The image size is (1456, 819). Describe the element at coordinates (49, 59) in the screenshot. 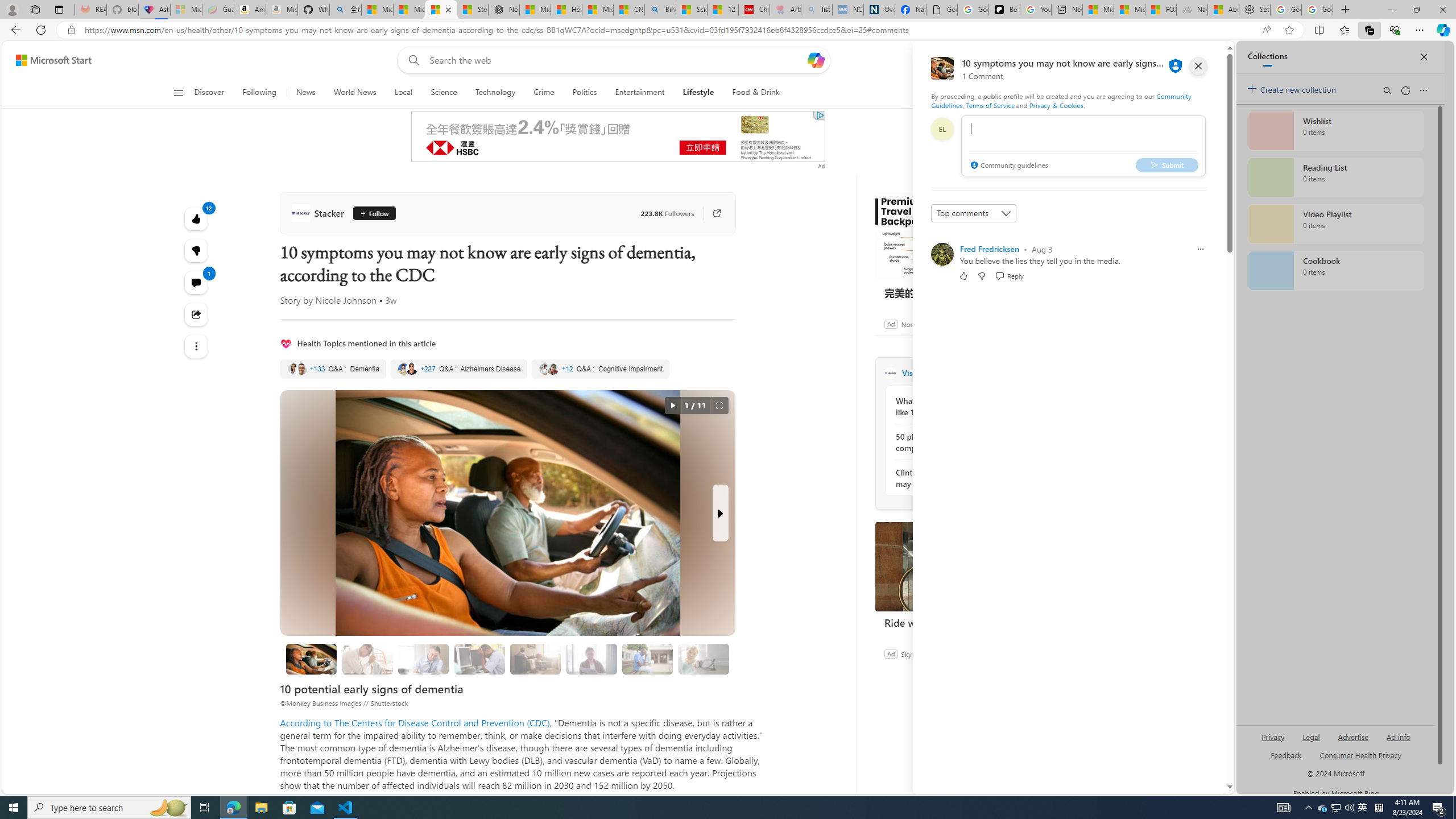

I see `'Skip to content'` at that location.